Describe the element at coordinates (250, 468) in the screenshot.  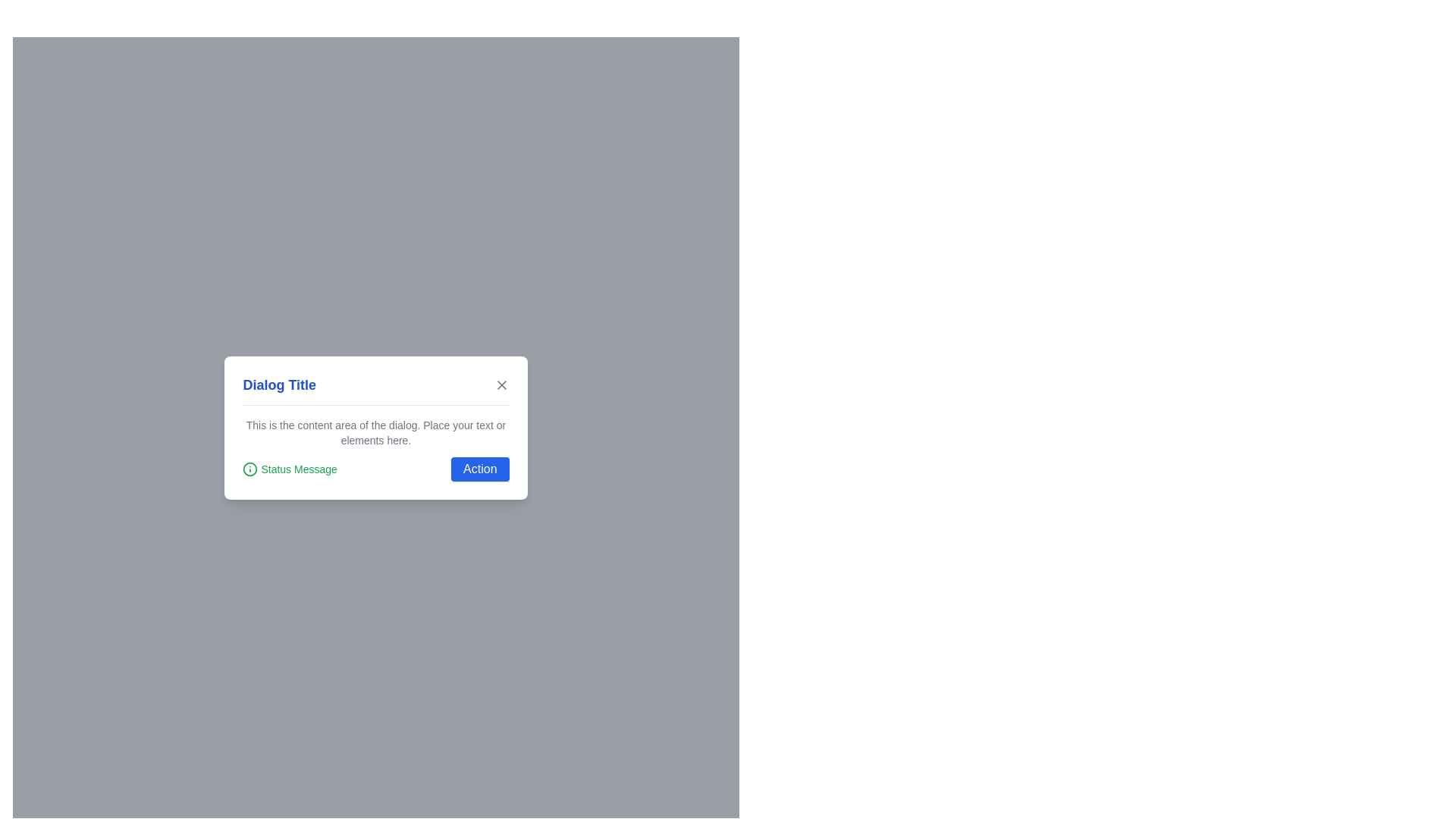
I see `the status icon (circle) located to the left of the 'Status Message' label within the dialog box` at that location.